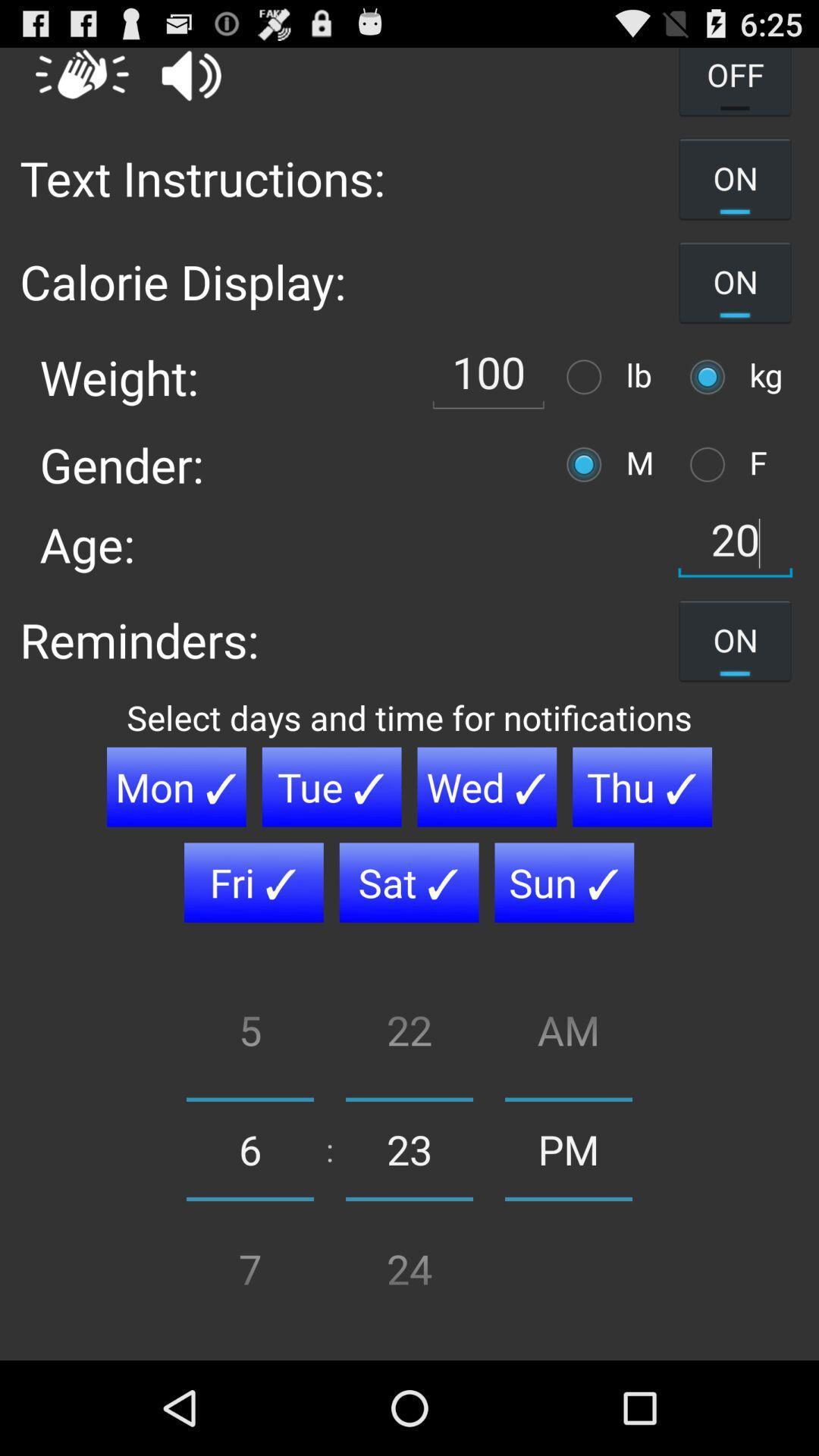 The width and height of the screenshot is (819, 1456). What do you see at coordinates (587, 463) in the screenshot?
I see `poit` at bounding box center [587, 463].